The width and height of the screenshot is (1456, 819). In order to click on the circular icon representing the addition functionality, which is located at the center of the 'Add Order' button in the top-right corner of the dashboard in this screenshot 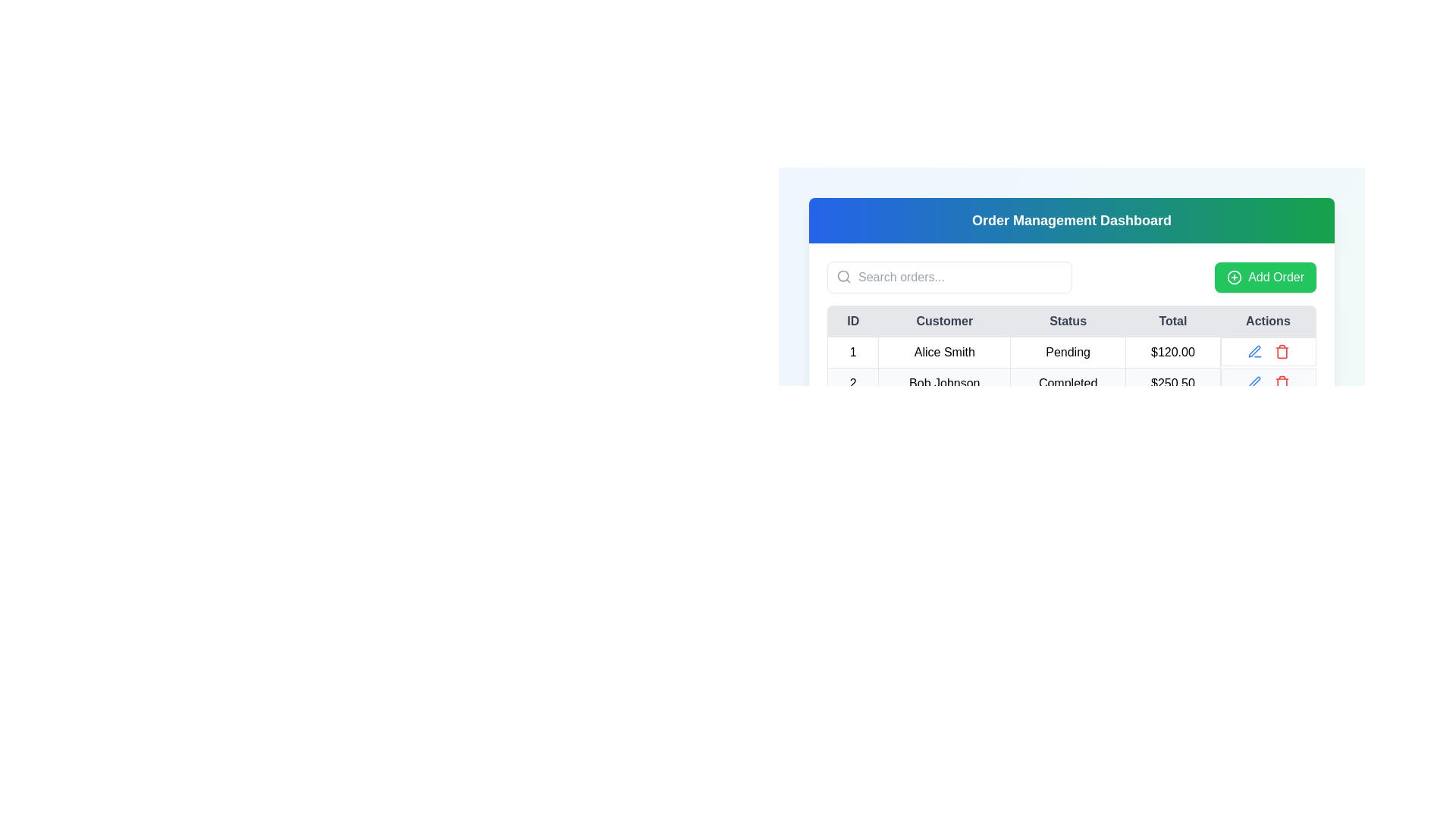, I will do `click(1235, 278)`.